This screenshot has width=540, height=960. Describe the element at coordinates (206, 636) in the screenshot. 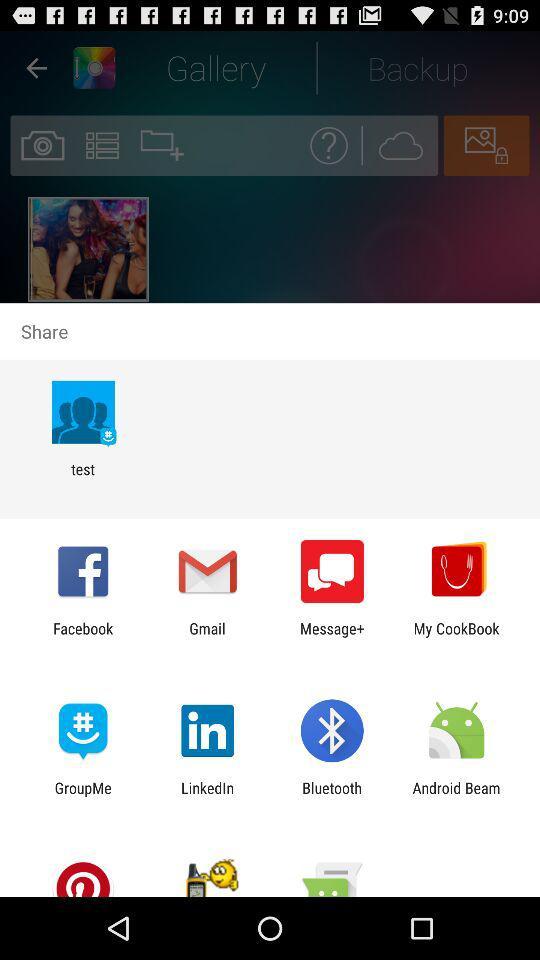

I see `app next to facebook app` at that location.